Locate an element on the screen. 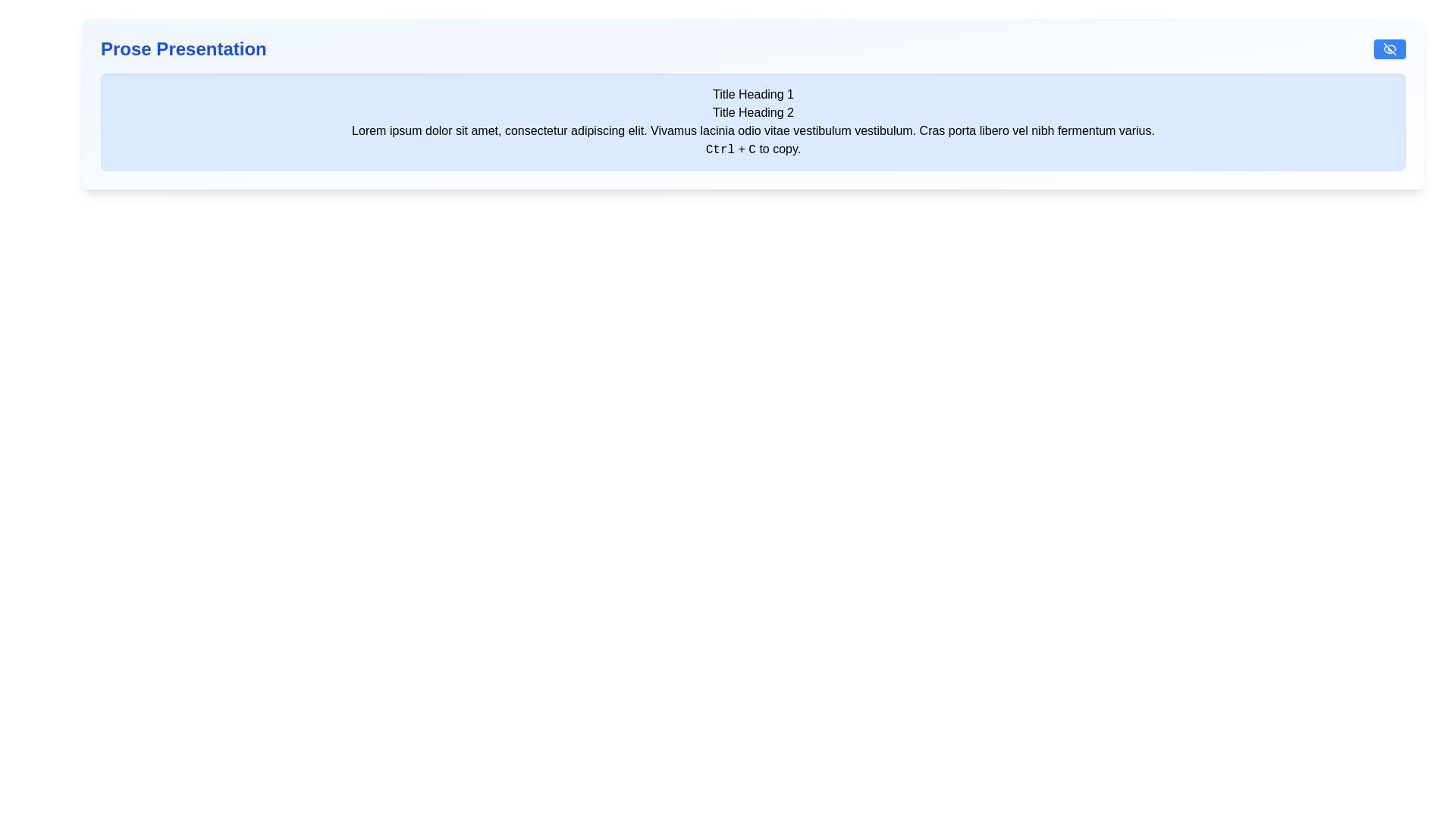  the 'eye-off' icon button located in the upper-right corner of the blue button is located at coordinates (1390, 49).